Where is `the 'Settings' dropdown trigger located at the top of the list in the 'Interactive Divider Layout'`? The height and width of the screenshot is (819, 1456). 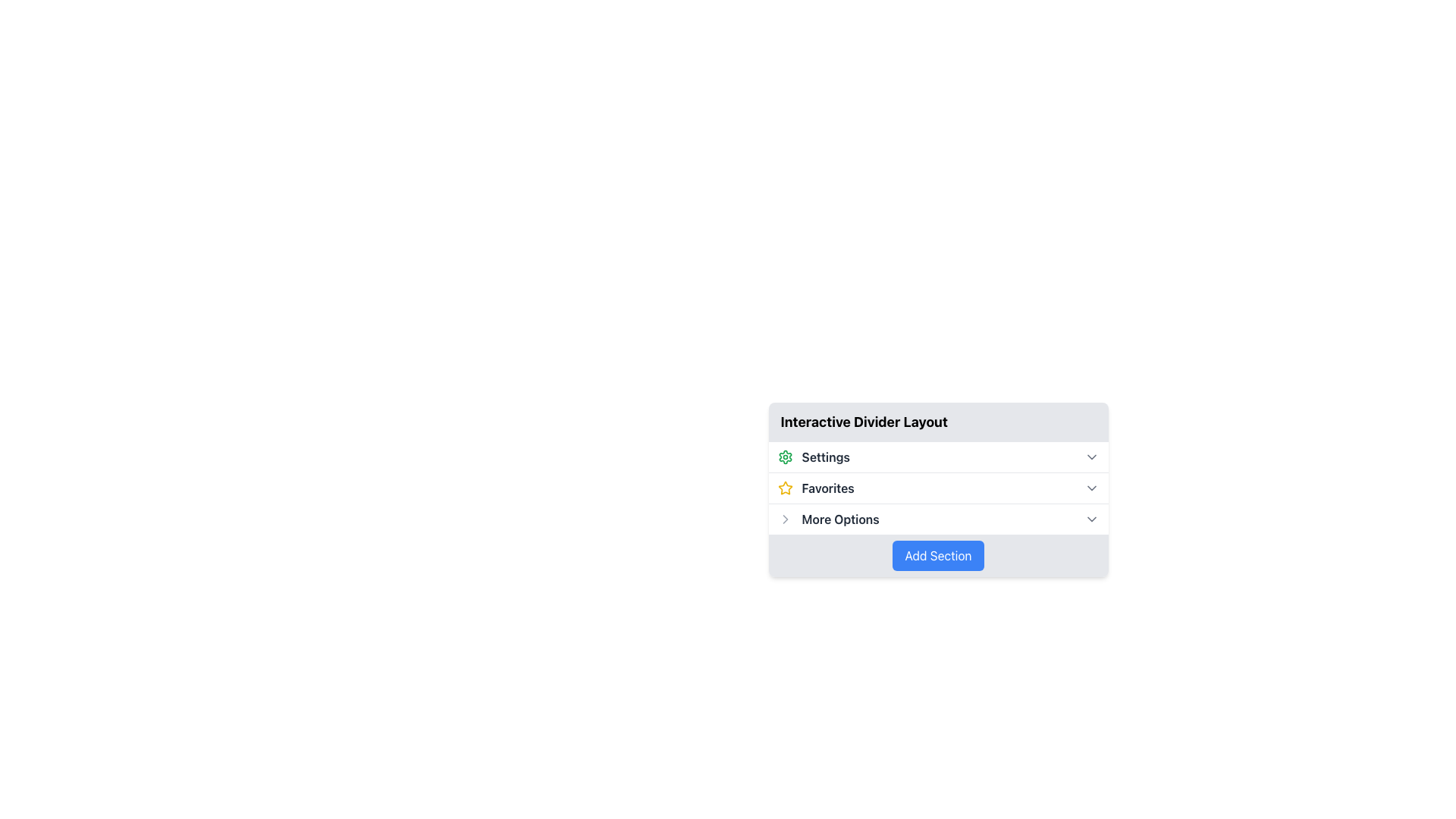 the 'Settings' dropdown trigger located at the top of the list in the 'Interactive Divider Layout' is located at coordinates (937, 456).